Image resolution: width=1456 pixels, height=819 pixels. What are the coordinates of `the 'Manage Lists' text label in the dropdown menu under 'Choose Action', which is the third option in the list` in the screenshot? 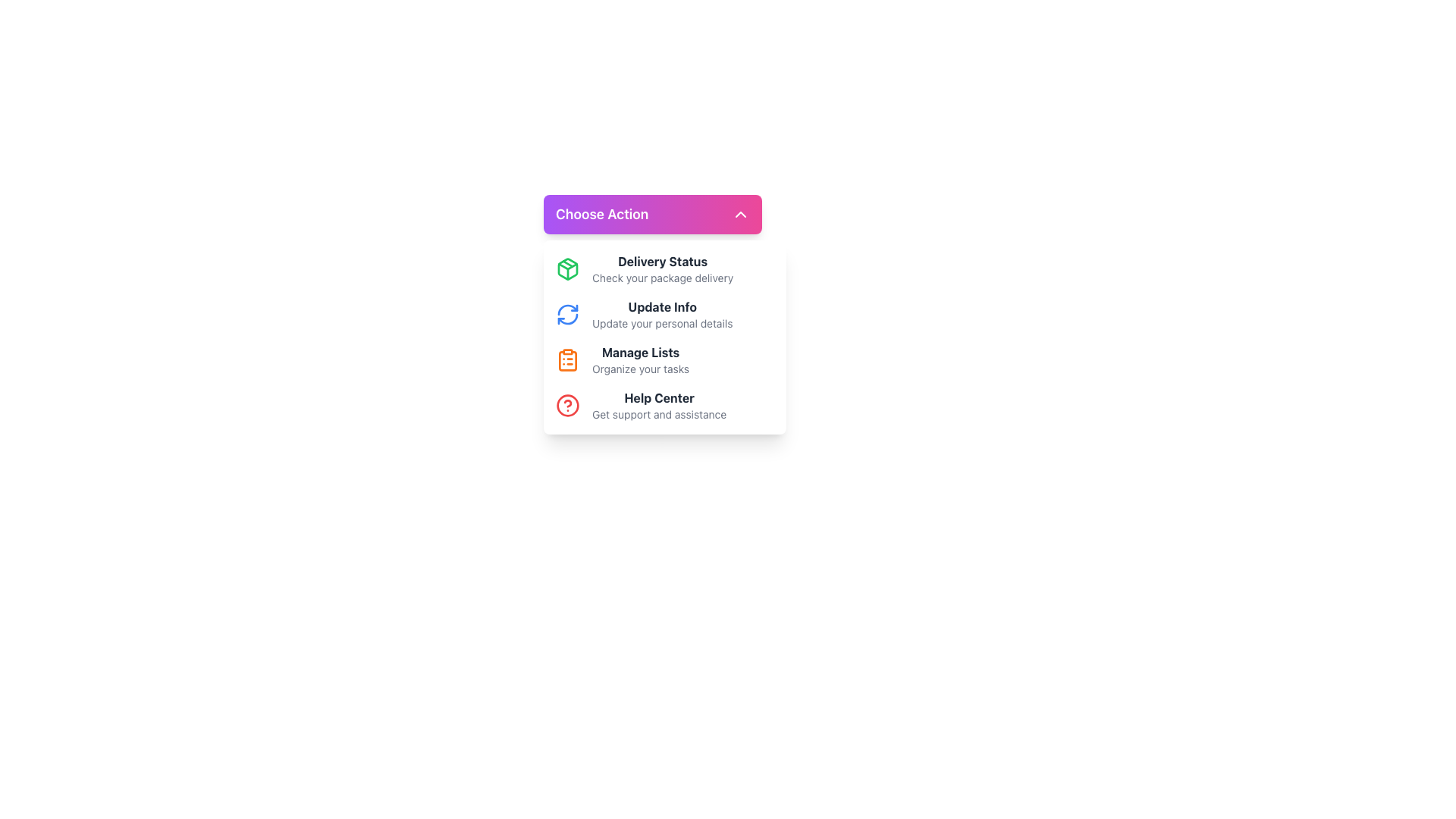 It's located at (640, 359).